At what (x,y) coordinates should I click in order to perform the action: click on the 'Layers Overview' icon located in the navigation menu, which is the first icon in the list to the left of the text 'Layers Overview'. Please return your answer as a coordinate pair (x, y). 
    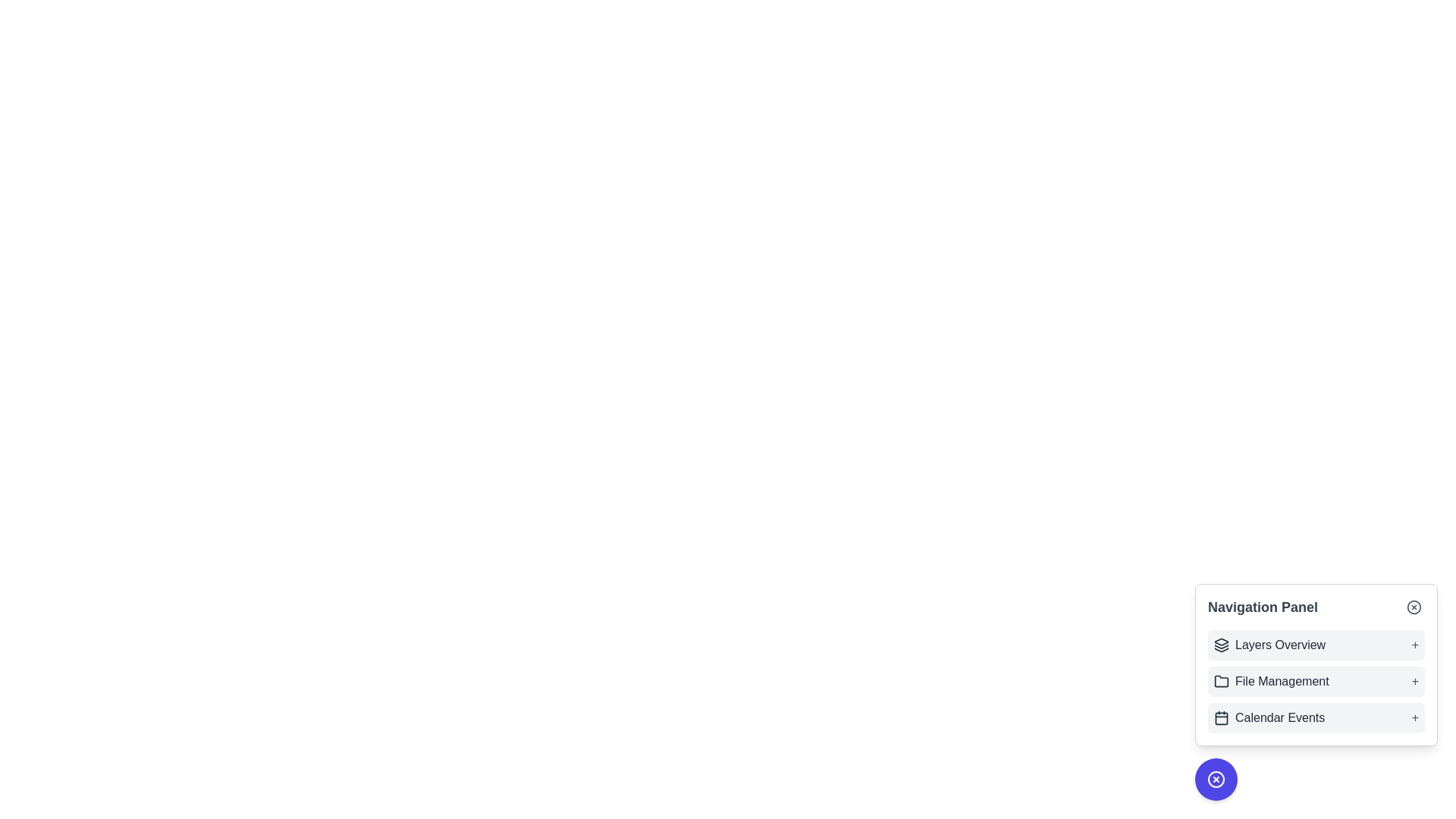
    Looking at the image, I should click on (1222, 645).